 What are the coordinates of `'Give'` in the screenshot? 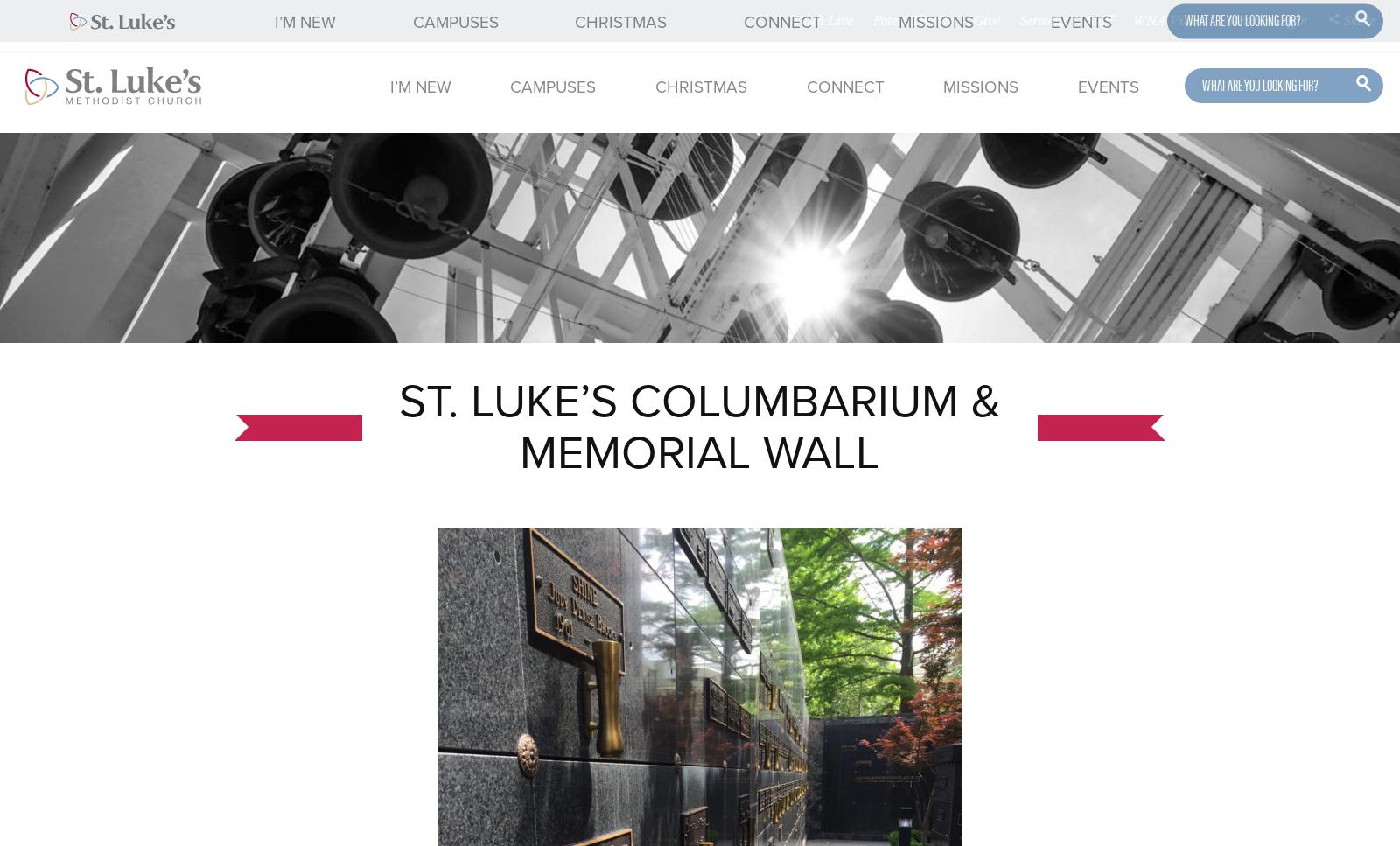 It's located at (973, 20).